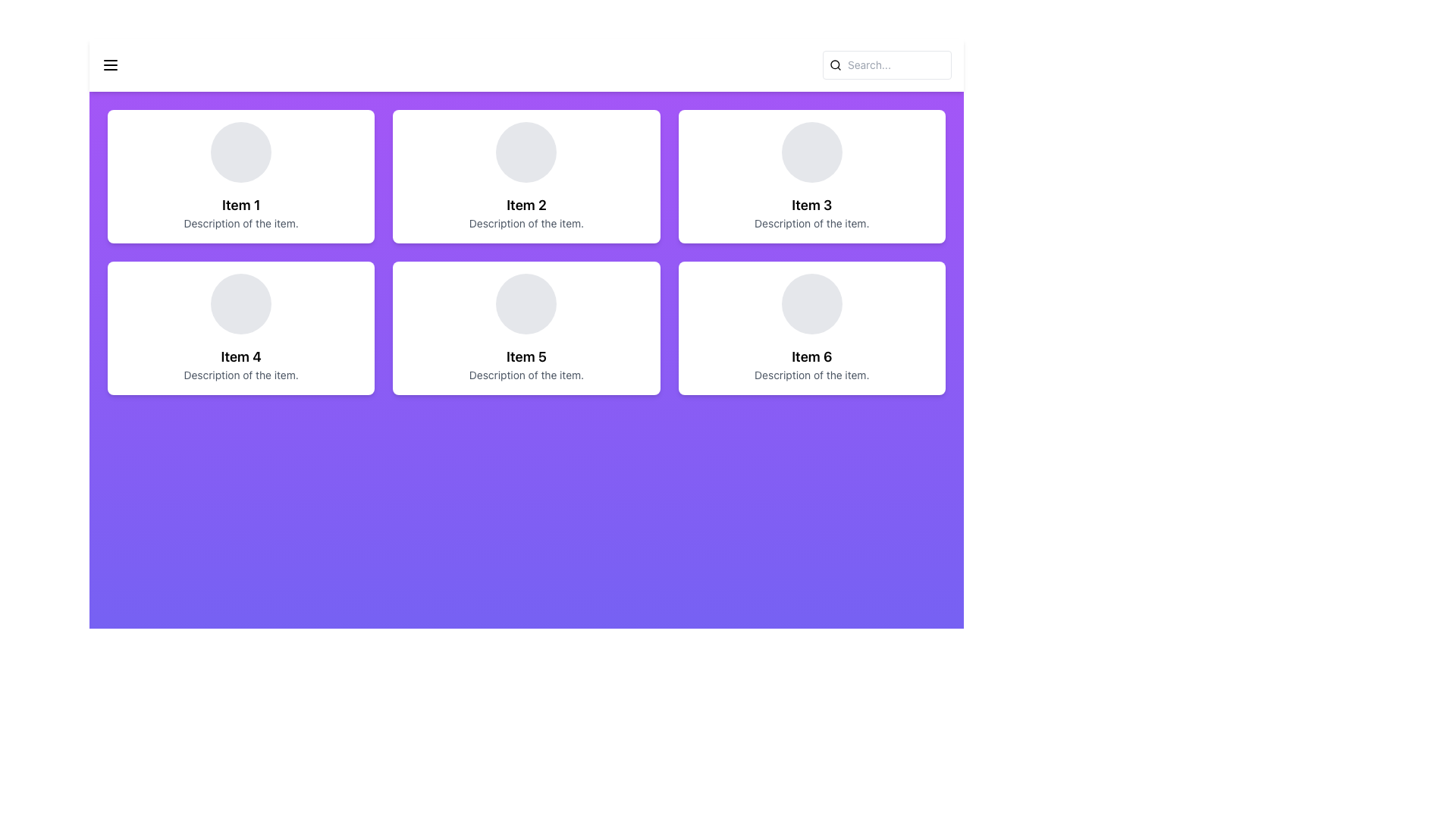 The width and height of the screenshot is (1456, 819). I want to click on the circular Avatar placeholder, which is light gray and positioned at the top-center of the card labeled 'Item 4', so click(240, 304).